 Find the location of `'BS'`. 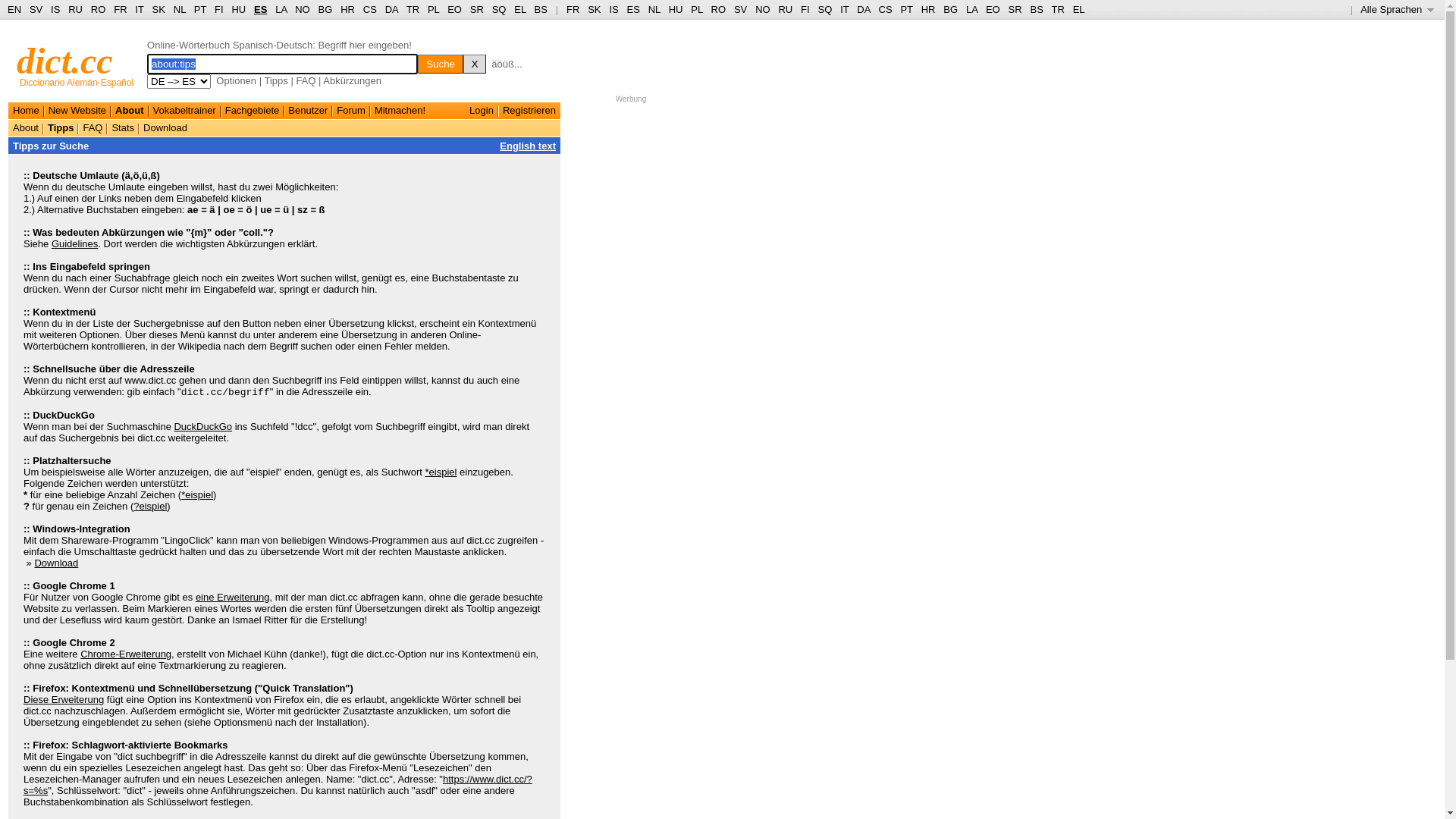

'BS' is located at coordinates (541, 9).